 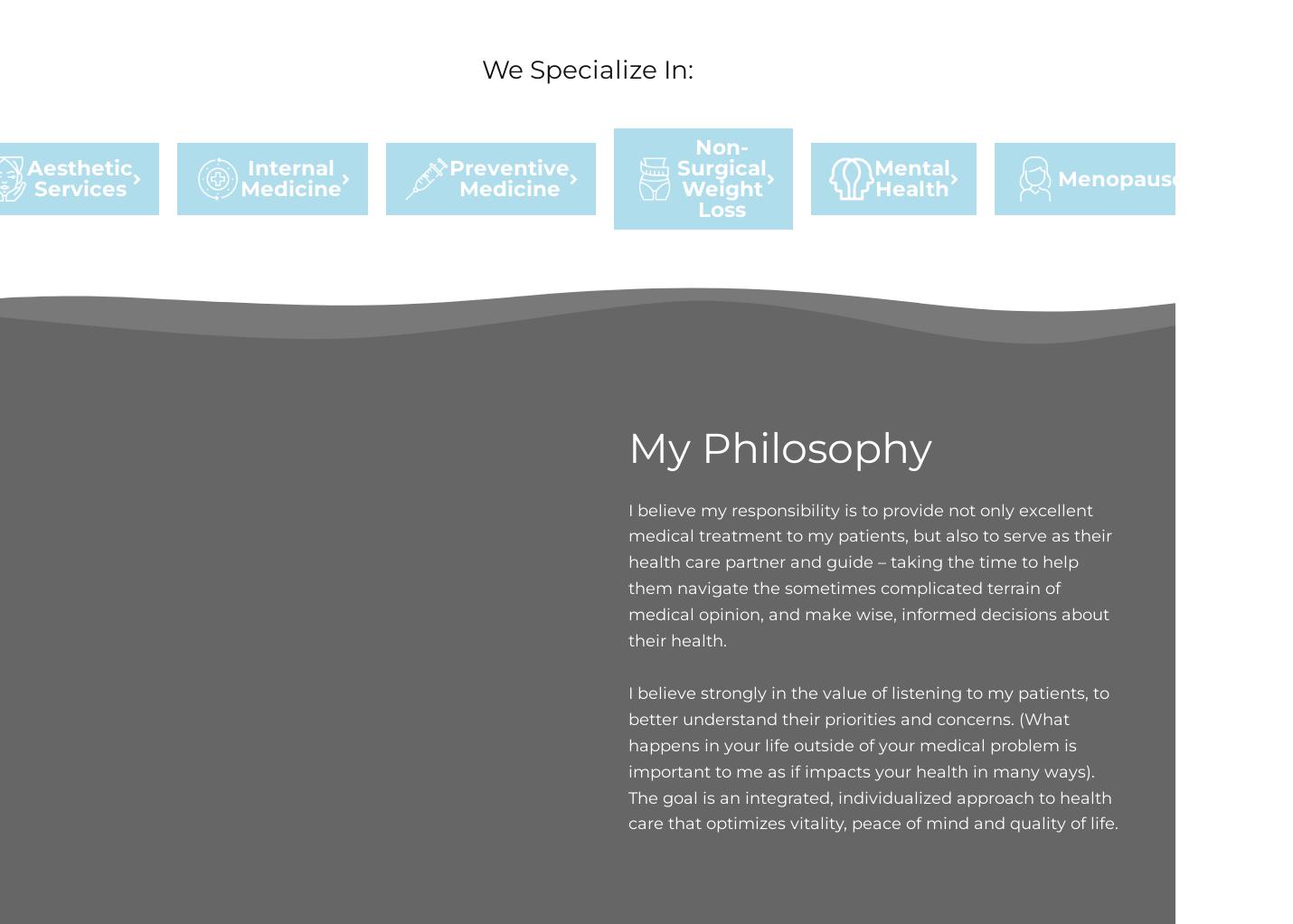 I want to click on 'Non-Surgical Weight Loss', so click(x=721, y=178).